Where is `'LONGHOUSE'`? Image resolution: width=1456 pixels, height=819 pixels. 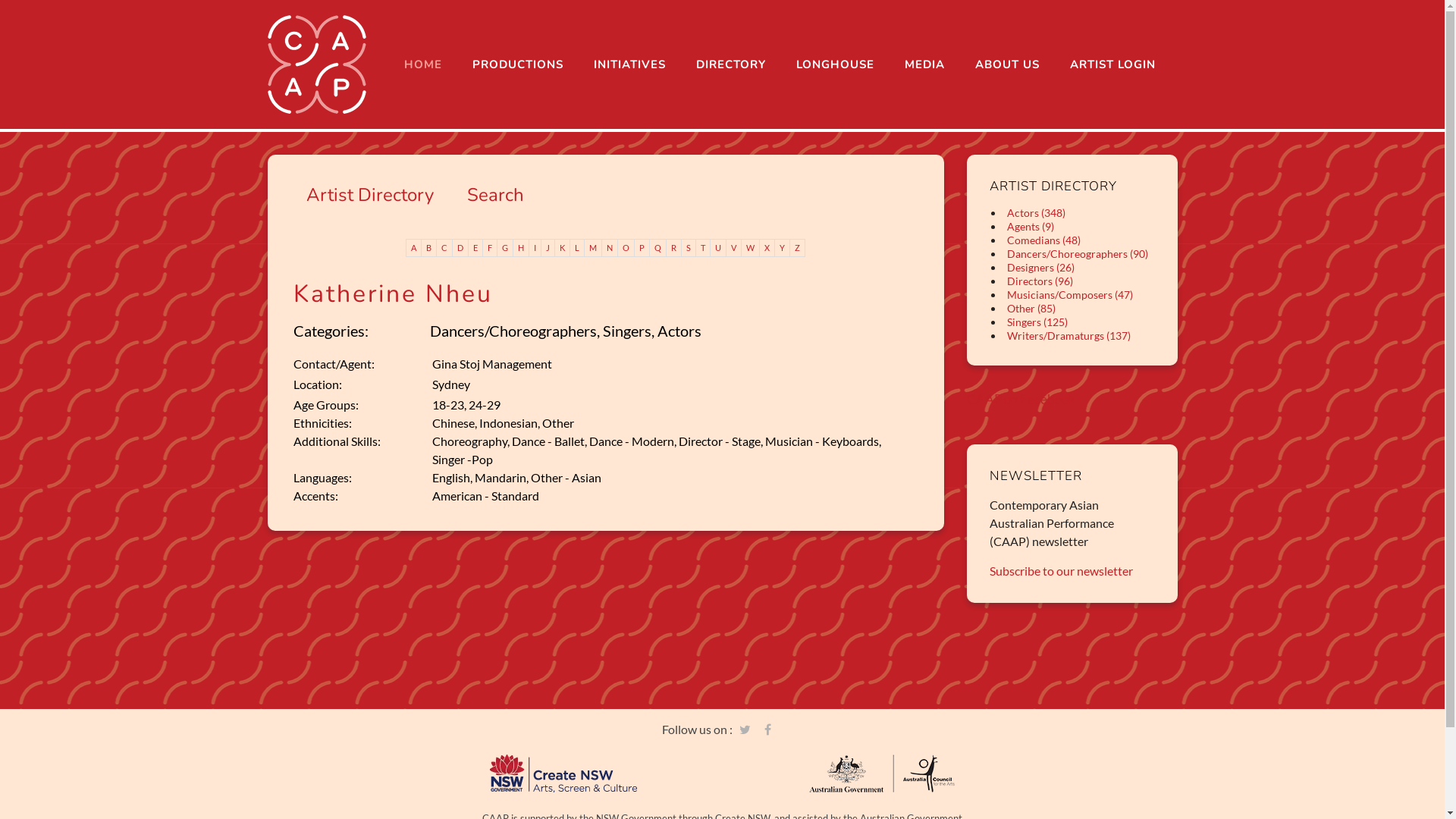
'LONGHOUSE' is located at coordinates (834, 63).